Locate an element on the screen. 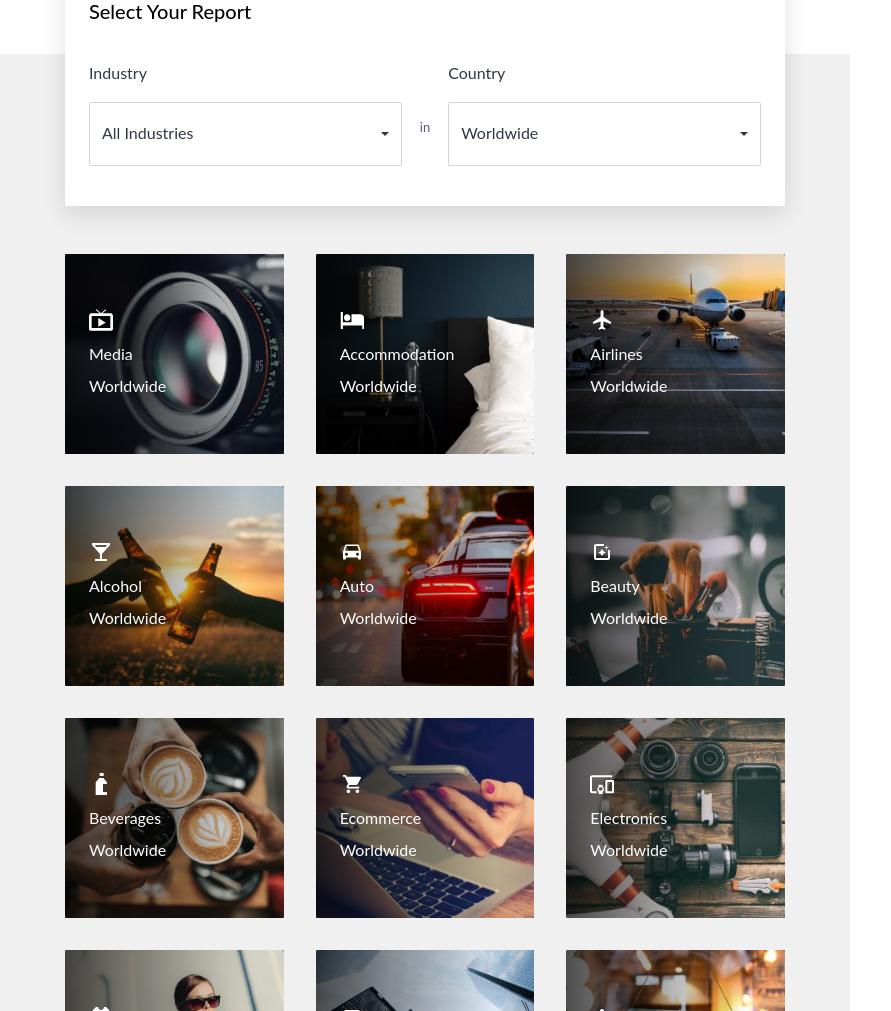 The height and width of the screenshot is (1011, 891). 'Airlines' is located at coordinates (616, 353).